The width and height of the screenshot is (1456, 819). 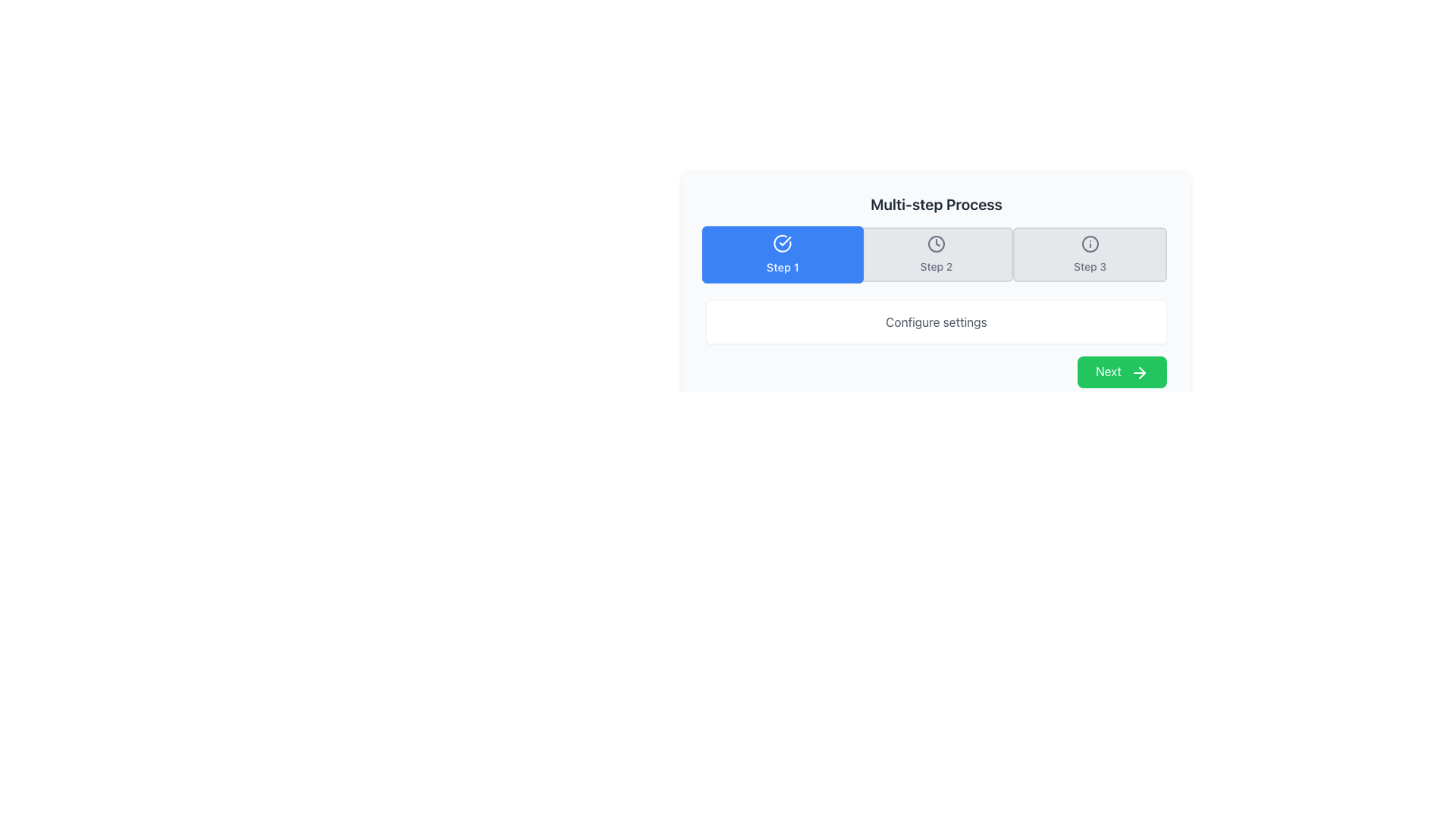 I want to click on the circular outline of the clock icon representing 'Step 2' in the multi-step progress bar located in the top-middle portion of the interface, so click(x=935, y=243).